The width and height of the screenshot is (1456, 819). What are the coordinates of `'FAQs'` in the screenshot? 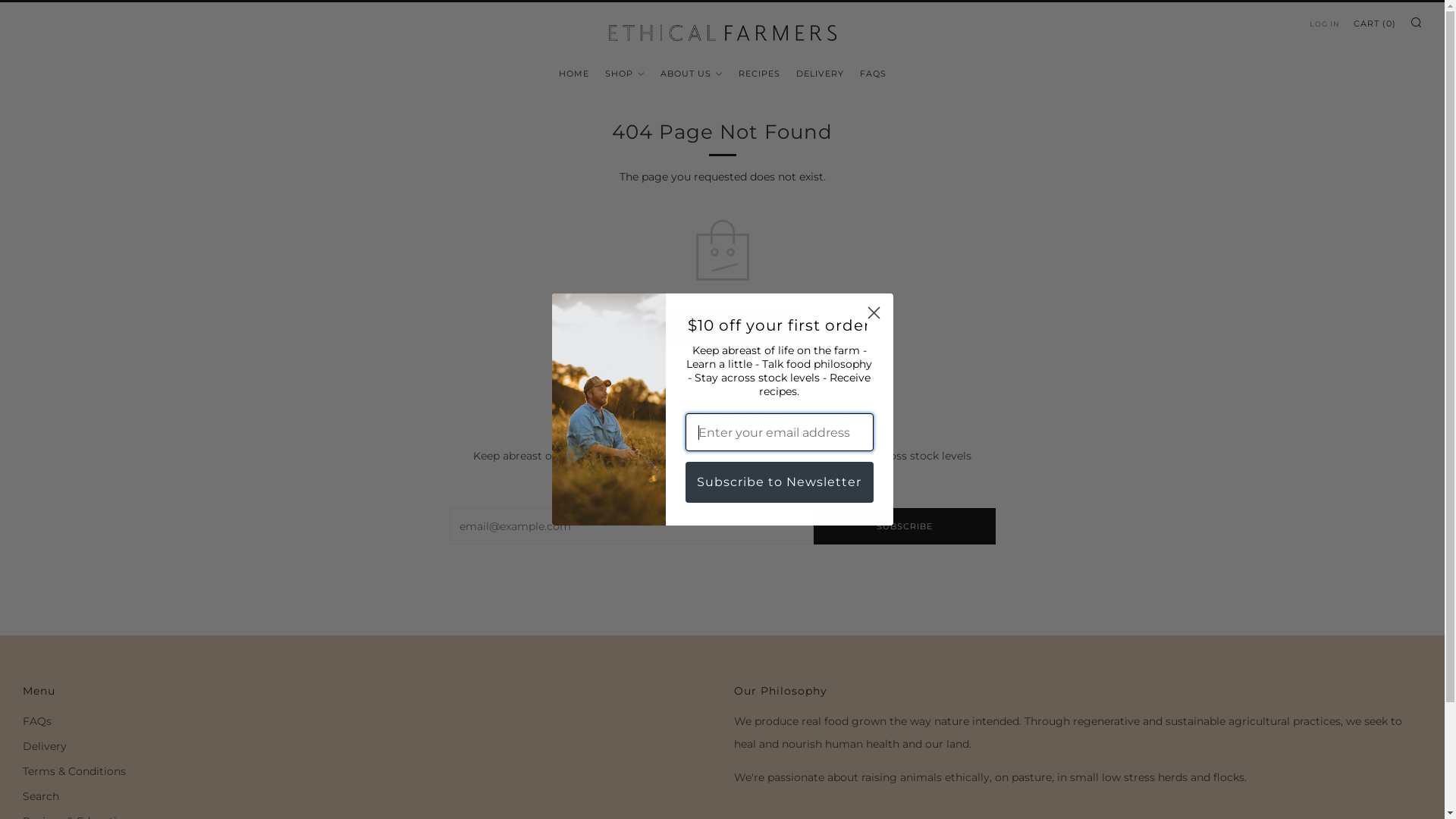 It's located at (36, 720).